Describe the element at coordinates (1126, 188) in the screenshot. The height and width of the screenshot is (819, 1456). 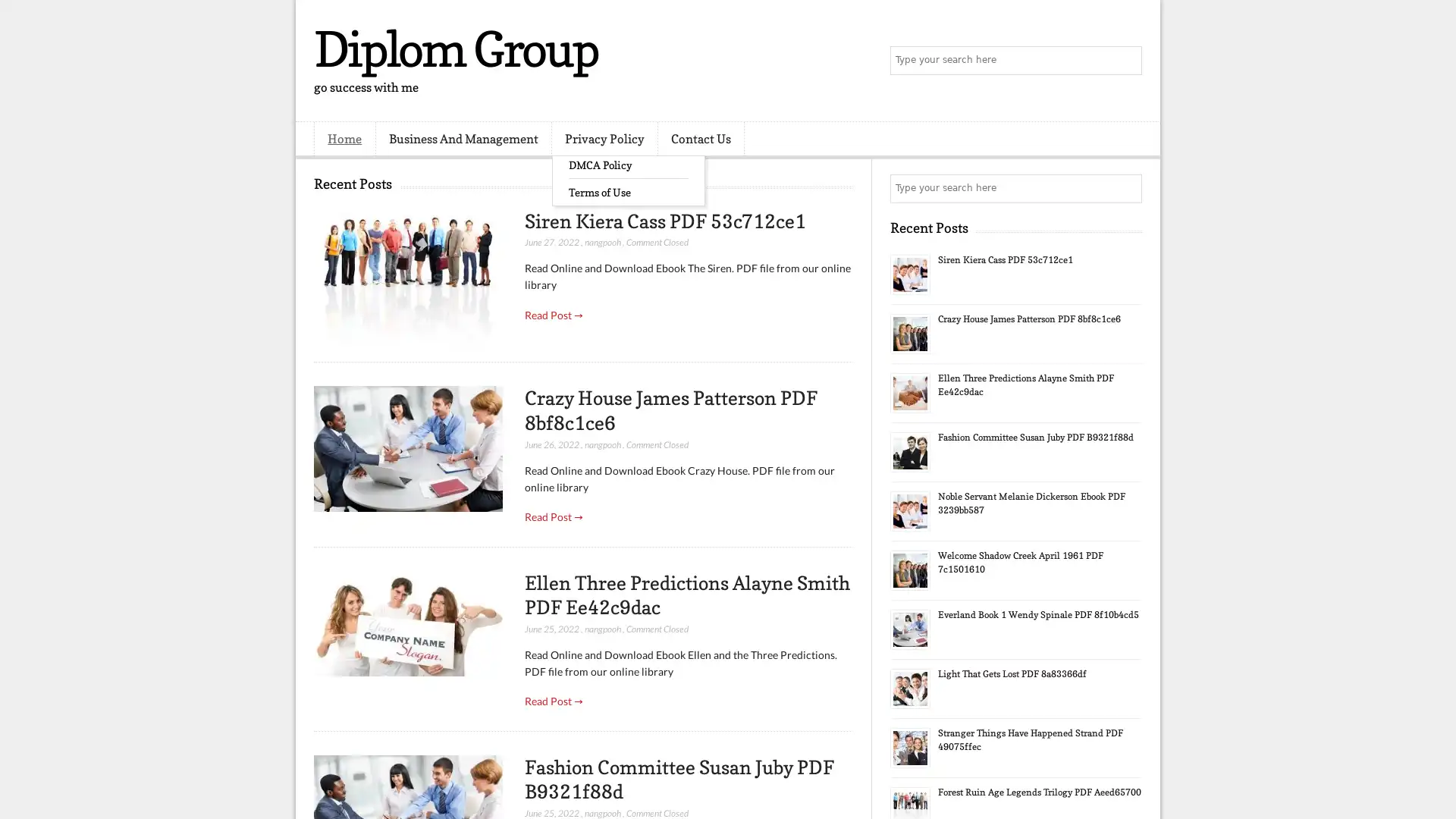
I see `Search` at that location.